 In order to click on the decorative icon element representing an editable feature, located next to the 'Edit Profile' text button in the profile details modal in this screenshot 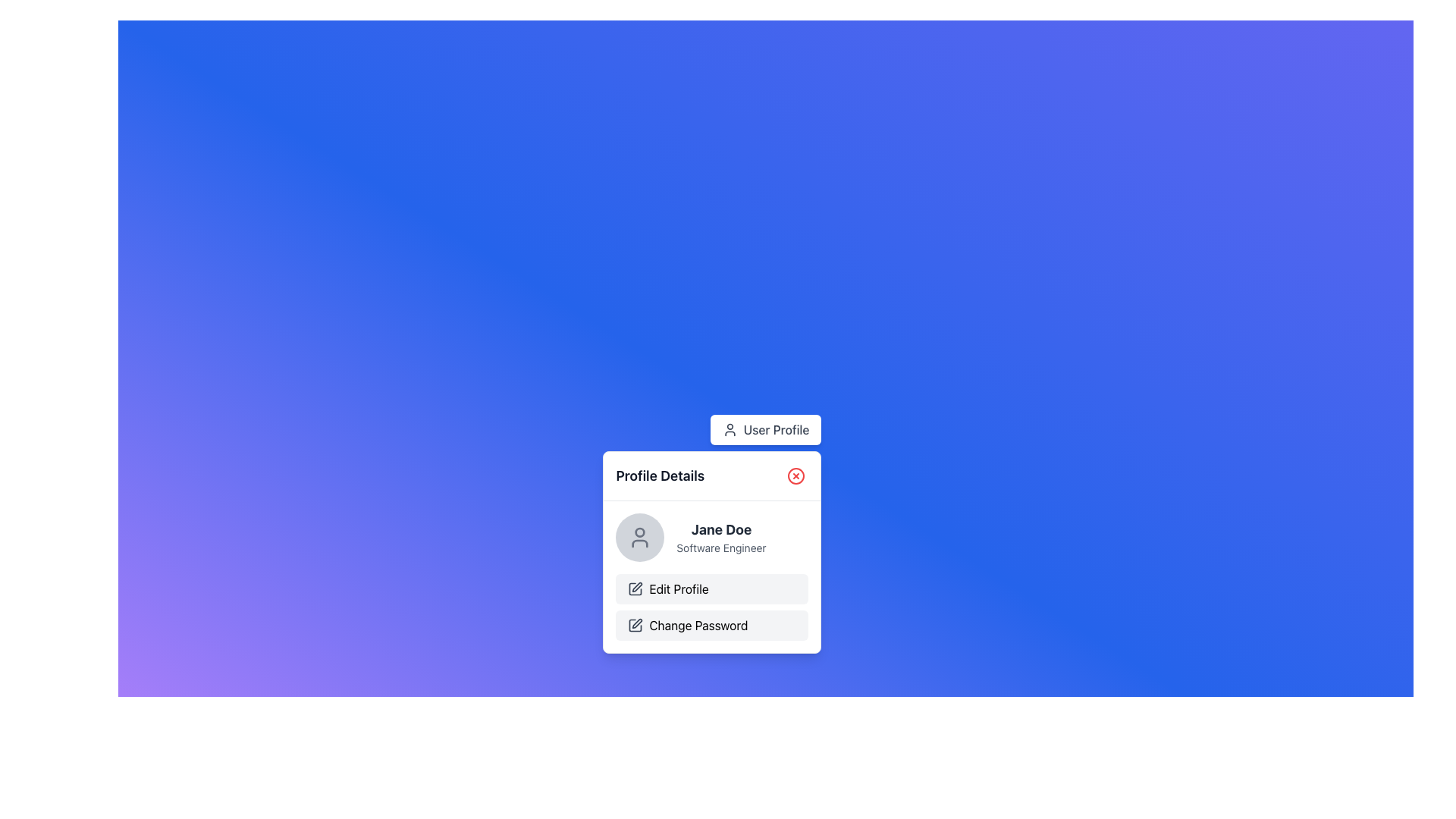, I will do `click(635, 588)`.